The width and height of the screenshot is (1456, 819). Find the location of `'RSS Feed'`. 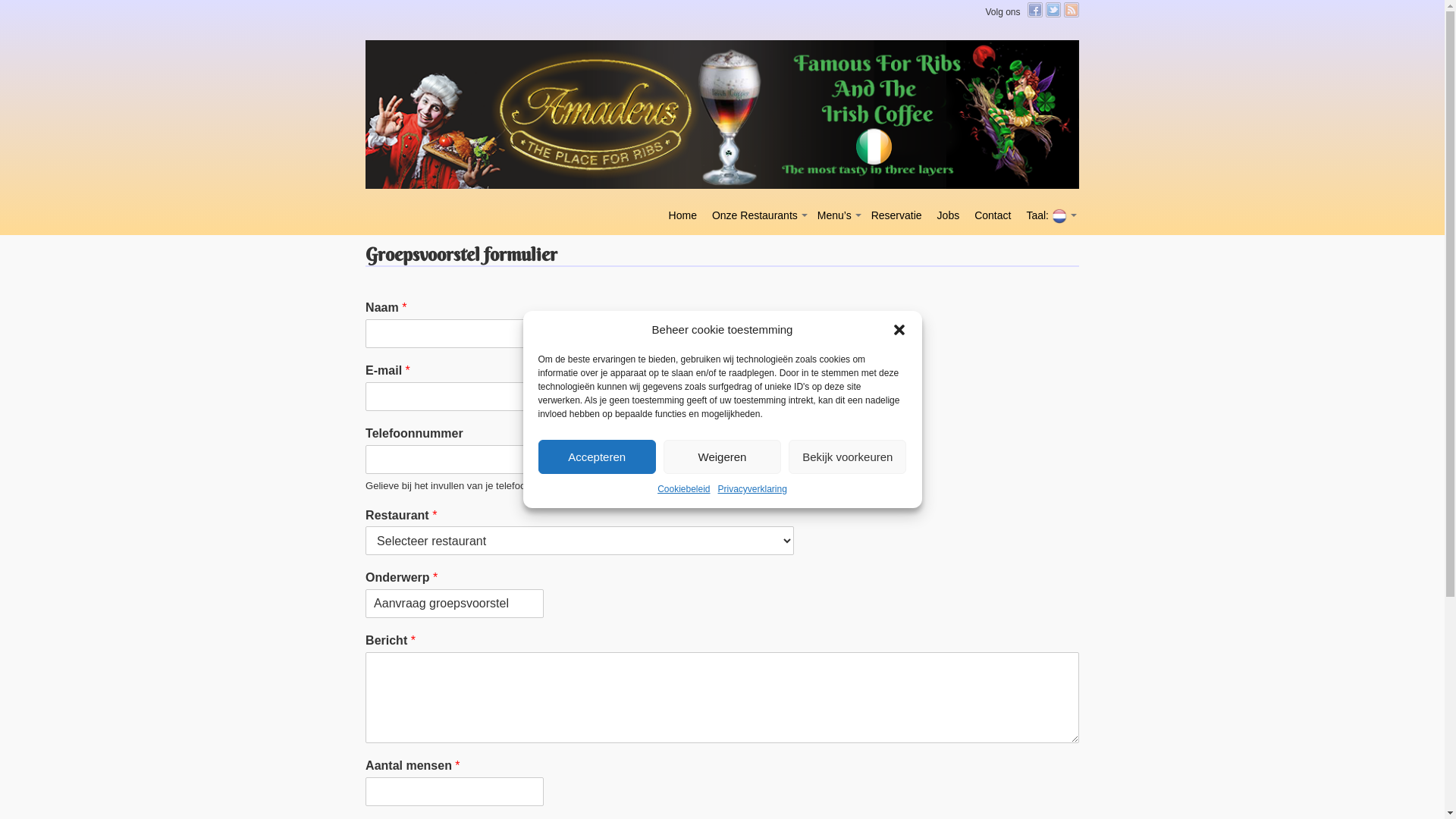

'RSS Feed' is located at coordinates (1069, 9).